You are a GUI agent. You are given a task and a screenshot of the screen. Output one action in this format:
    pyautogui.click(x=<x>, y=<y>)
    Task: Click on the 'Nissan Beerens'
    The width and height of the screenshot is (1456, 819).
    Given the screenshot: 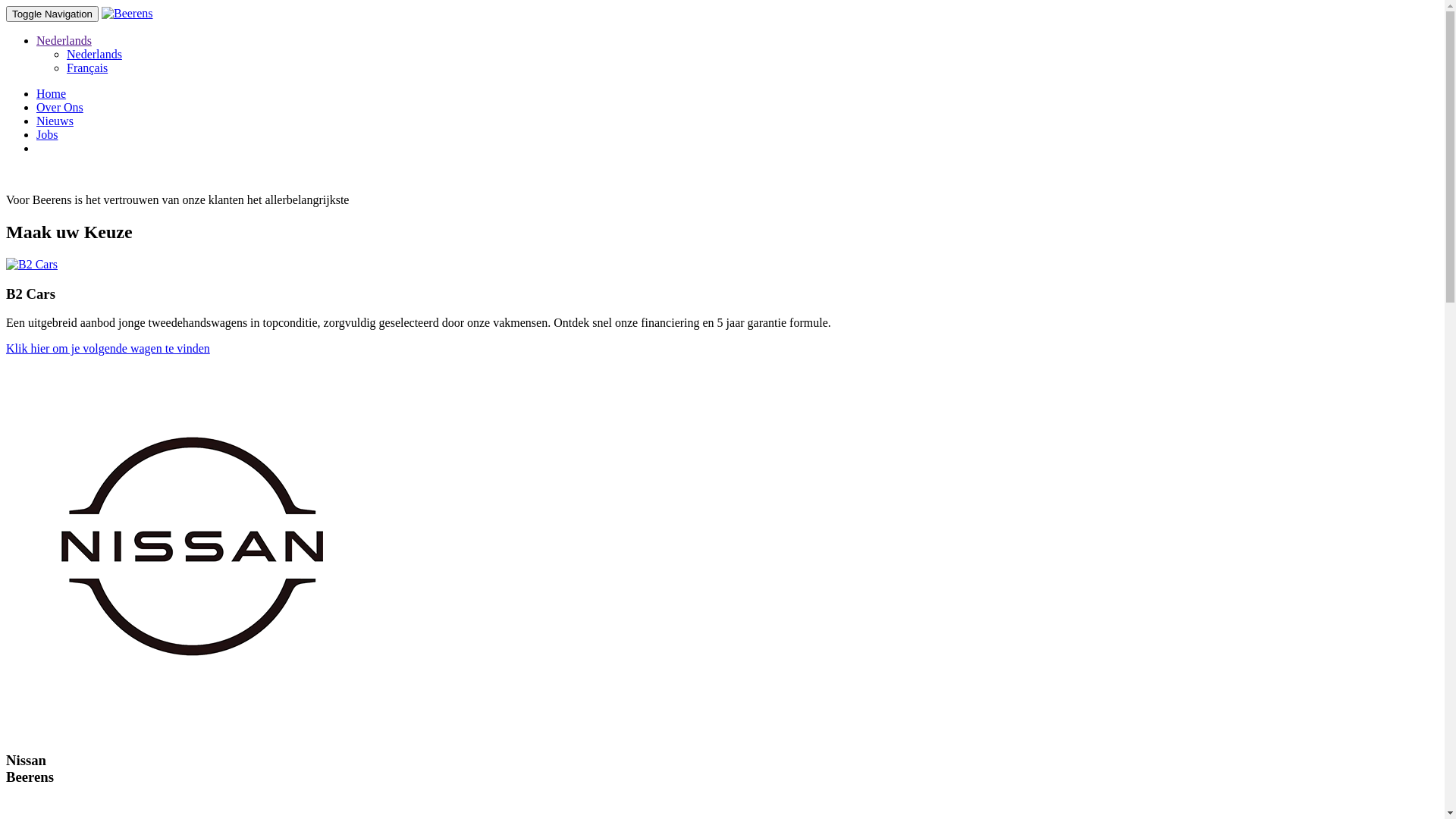 What is the action you would take?
    pyautogui.click(x=195, y=544)
    